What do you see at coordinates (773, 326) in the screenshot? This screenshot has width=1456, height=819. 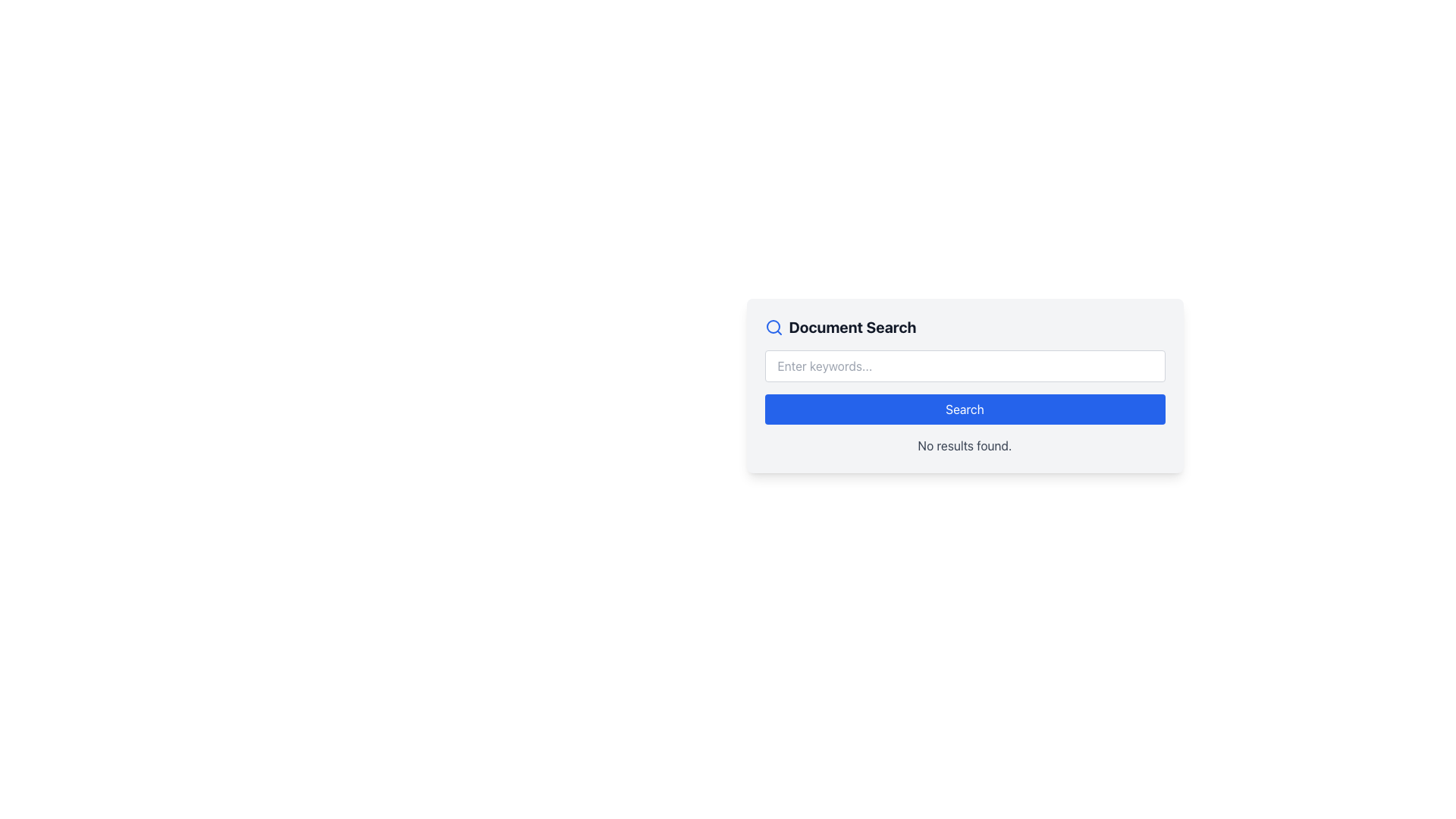 I see `the circular graphical element that represents the search functionality of the interface, located inside a larger magnifying glass graphic, to the left of the 'Document Search' title` at bounding box center [773, 326].